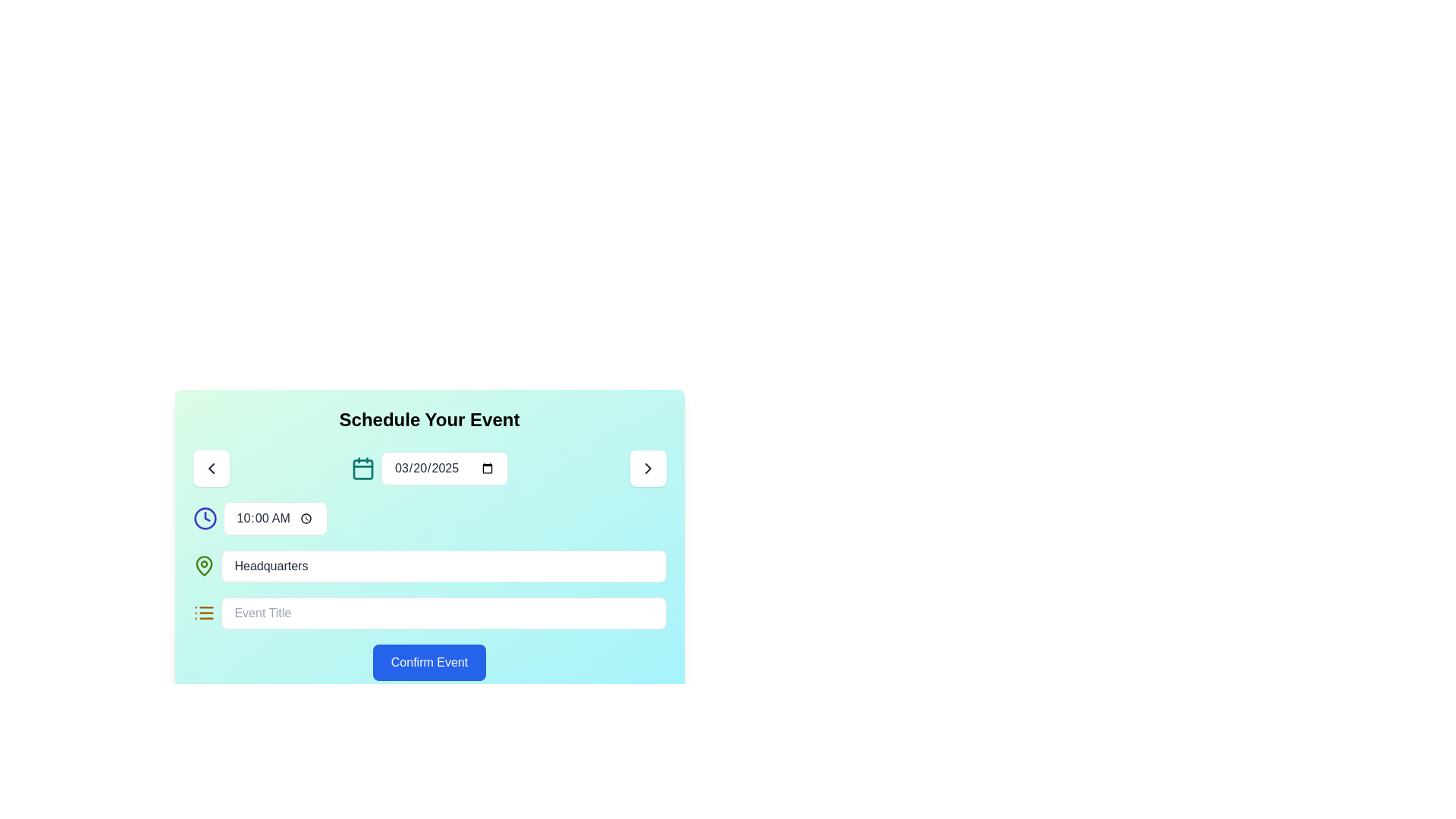 The width and height of the screenshot is (1456, 819). I want to click on the time icon located in the upper-left corner of the time input section of the scheduling module, so click(204, 517).